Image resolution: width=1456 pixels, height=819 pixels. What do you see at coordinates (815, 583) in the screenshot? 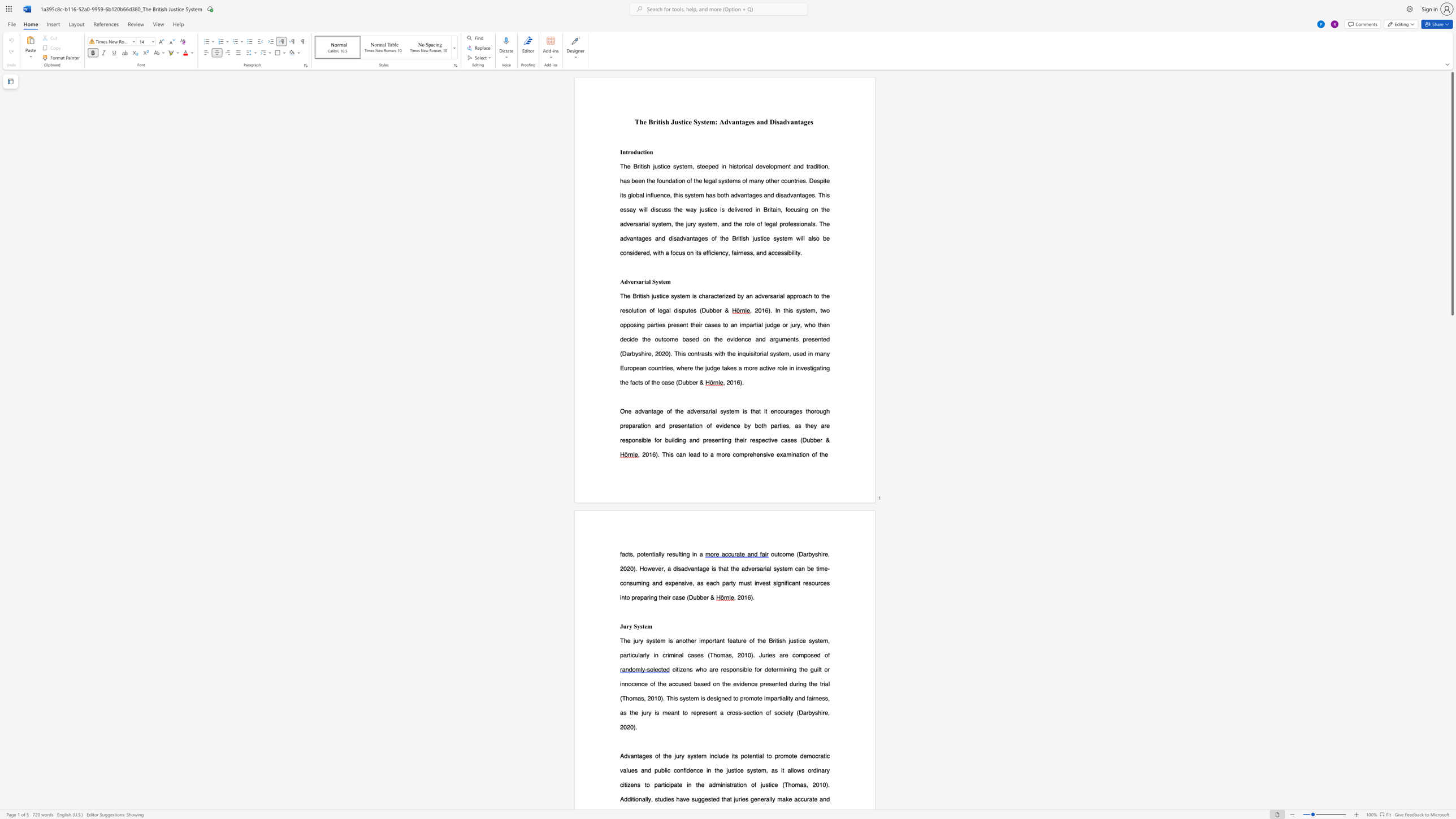
I see `the subset text "urces into preparing their cas" within the text "). However, a disadvantage is that the adversarial system can be time-consuming and expensive, as each party must invest significant resources into preparing their case"` at bounding box center [815, 583].